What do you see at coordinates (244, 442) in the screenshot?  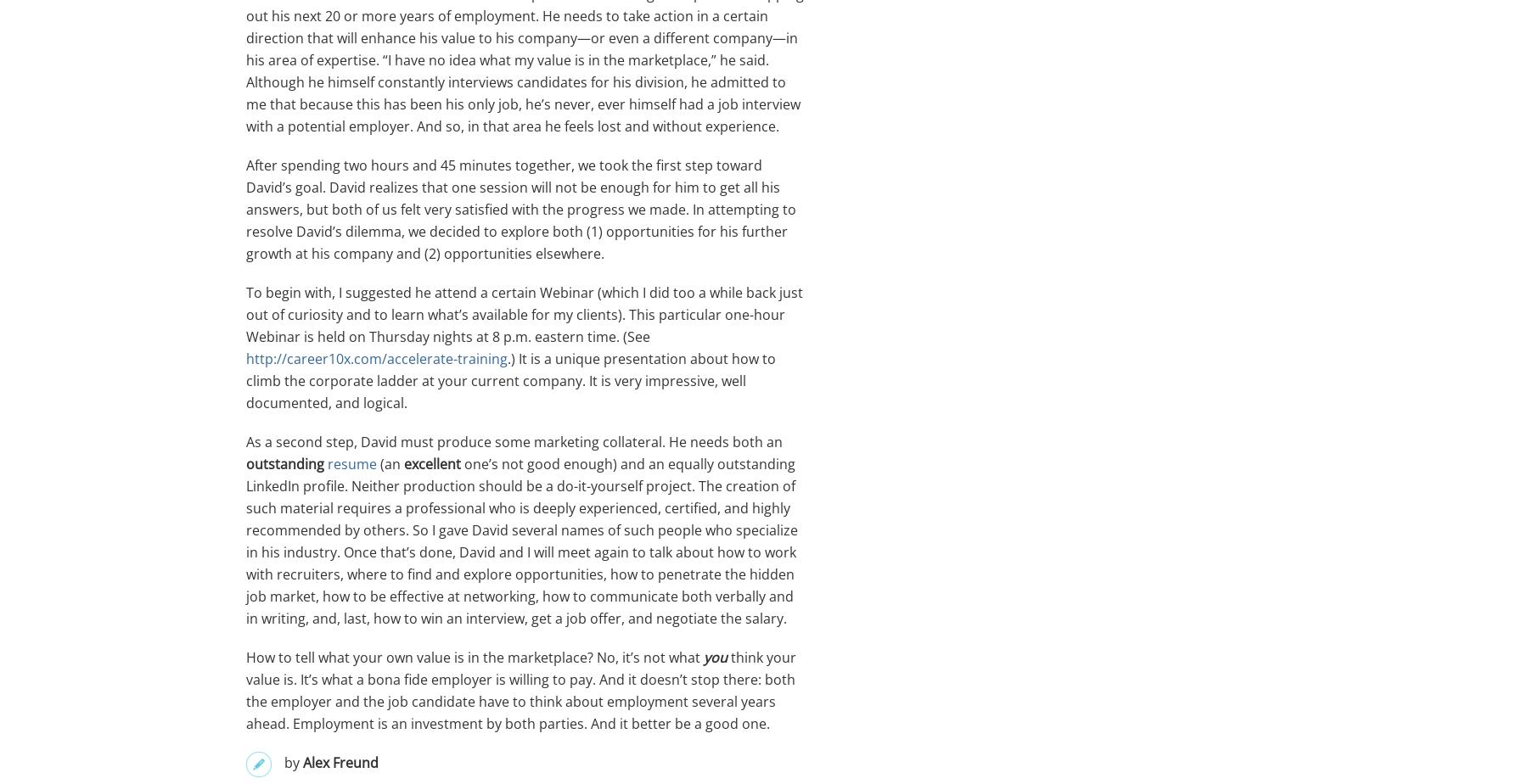 I see `'As a second step, David must produce some marketing collateral. He needs both an'` at bounding box center [244, 442].